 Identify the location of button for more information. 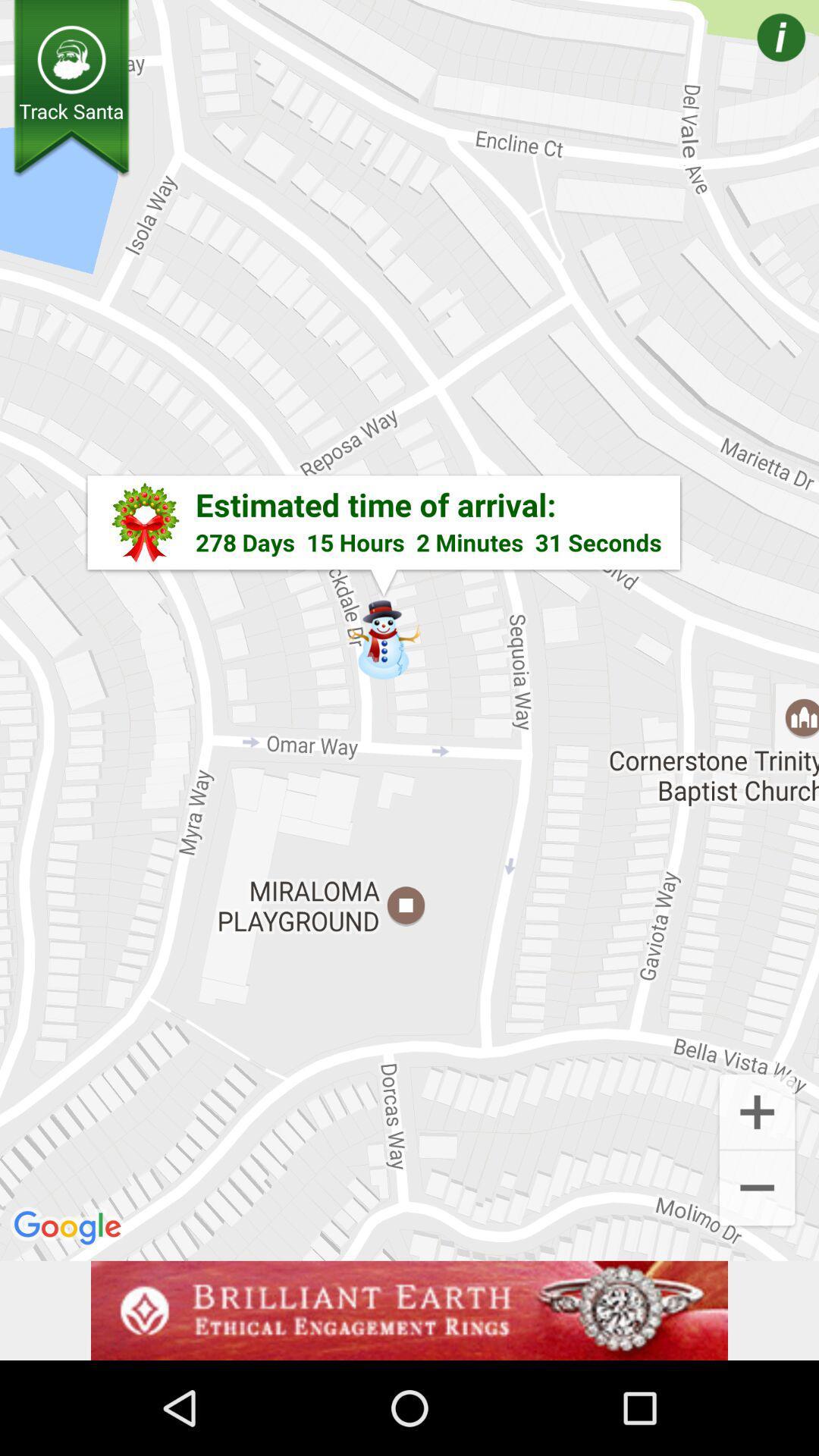
(759, 59).